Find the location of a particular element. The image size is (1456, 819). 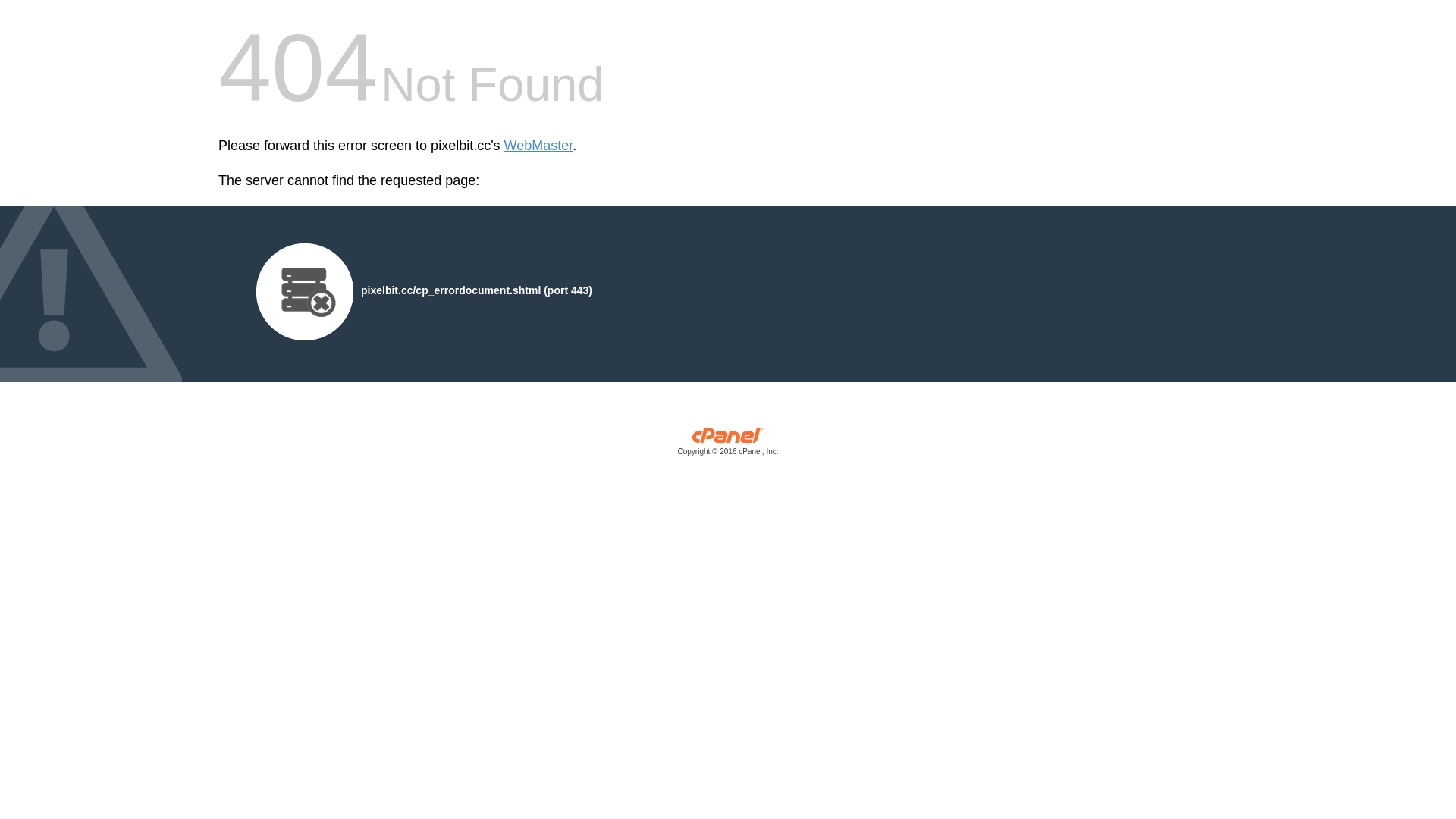

'WebMaster' is located at coordinates (538, 146).